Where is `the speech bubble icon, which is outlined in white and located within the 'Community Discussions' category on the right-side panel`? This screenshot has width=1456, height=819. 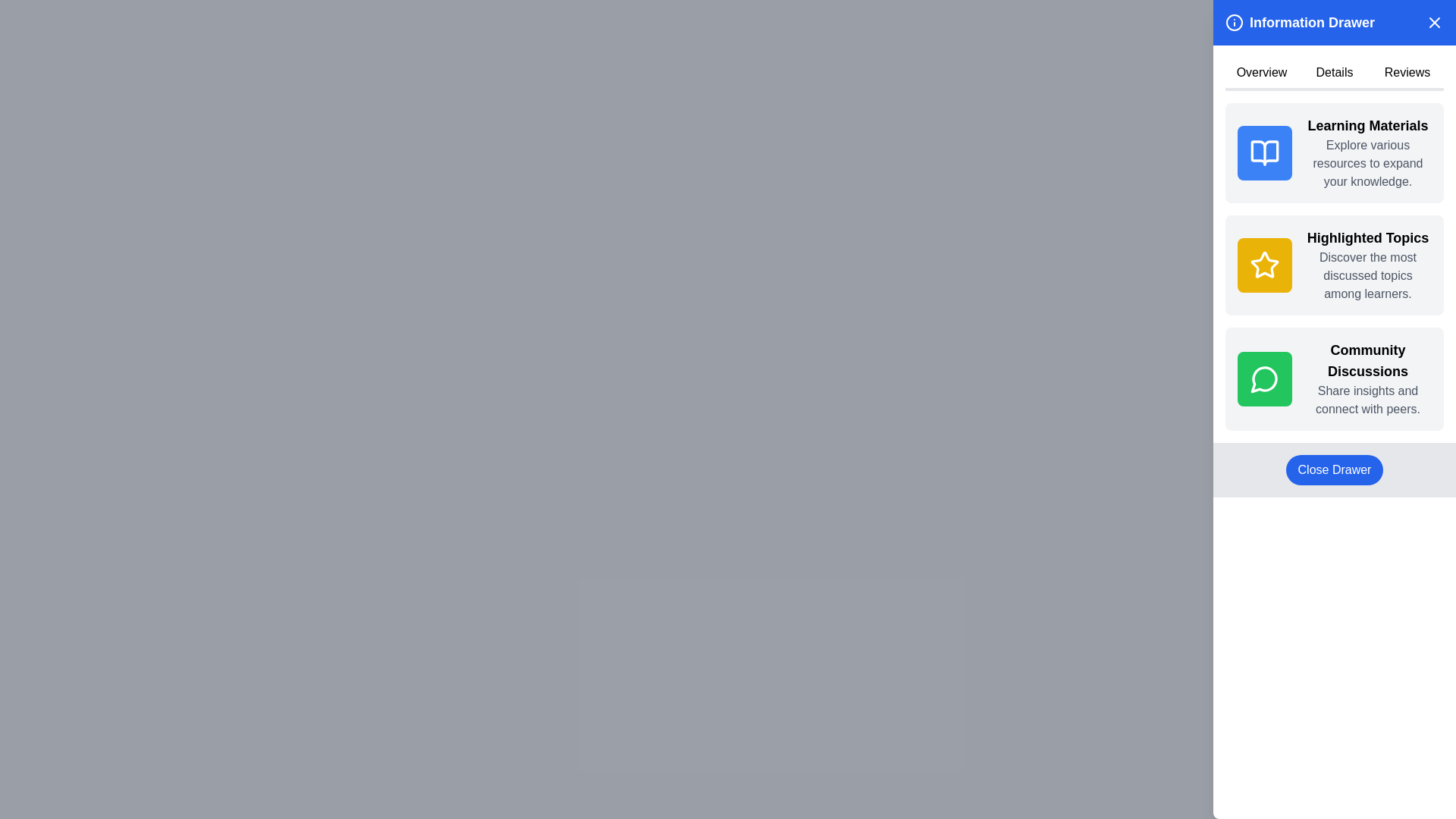 the speech bubble icon, which is outlined in white and located within the 'Community Discussions' category on the right-side panel is located at coordinates (1264, 378).